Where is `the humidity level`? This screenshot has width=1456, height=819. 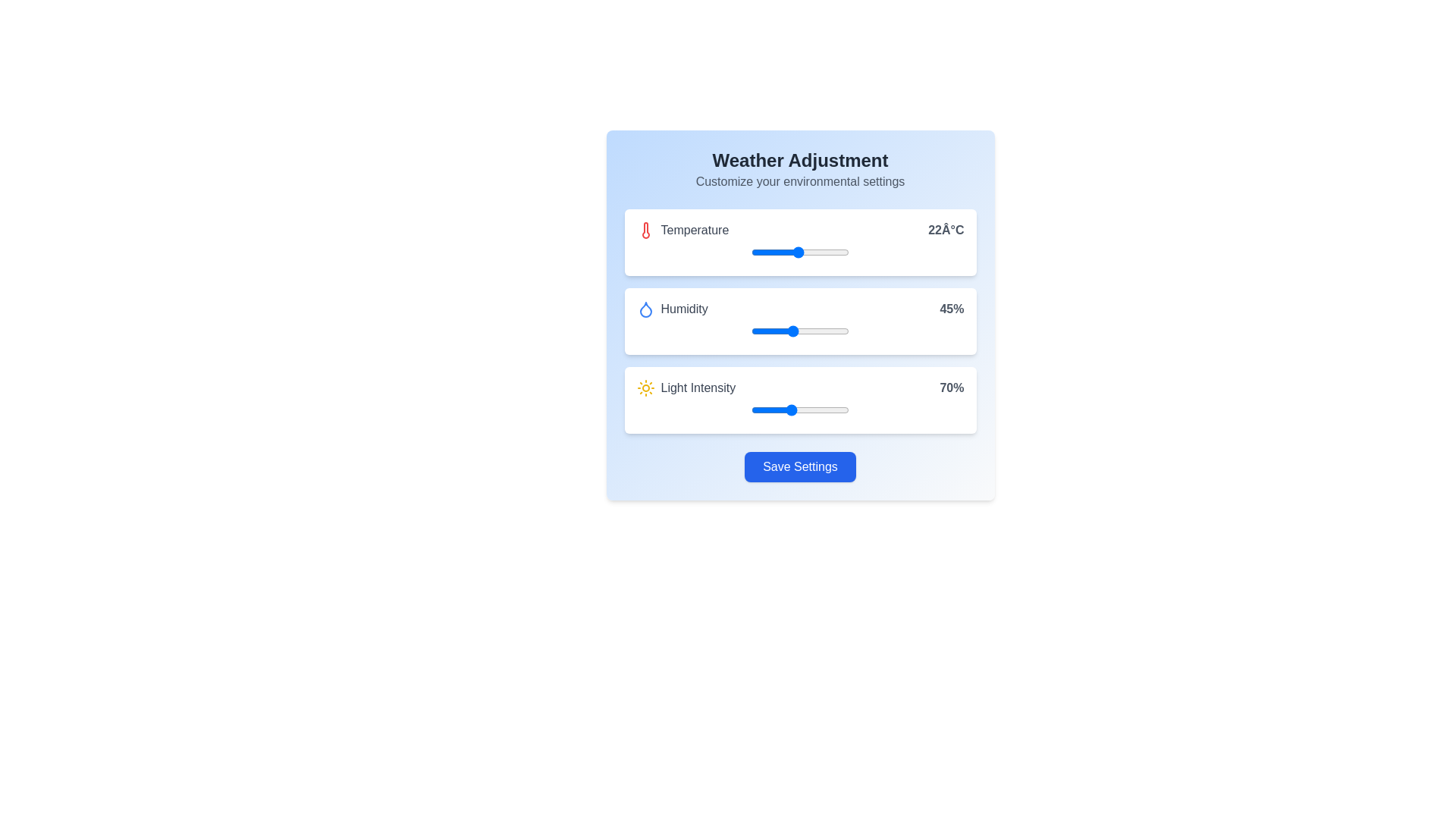 the humidity level is located at coordinates (791, 330).